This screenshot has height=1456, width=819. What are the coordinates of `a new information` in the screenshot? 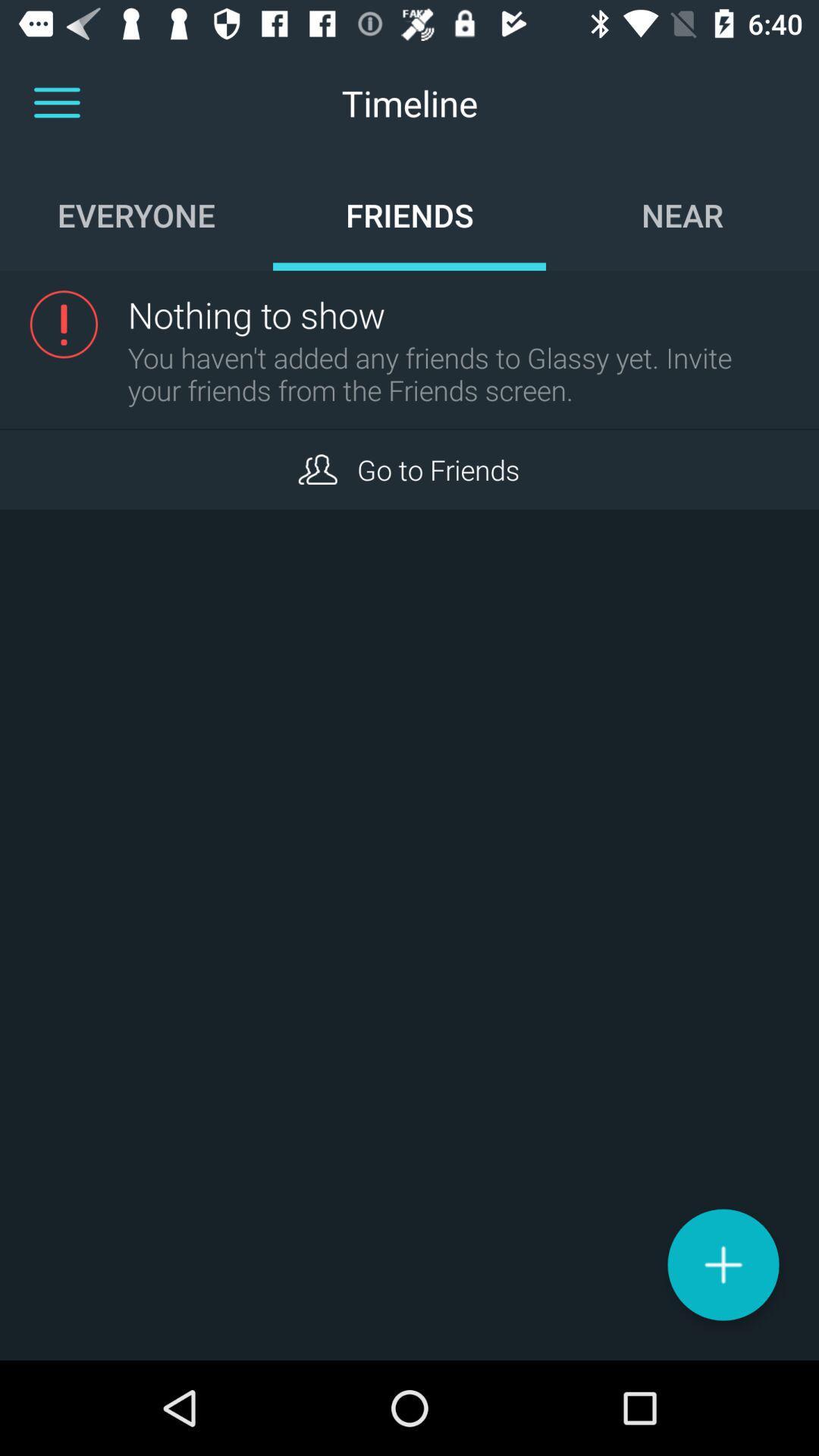 It's located at (722, 1264).